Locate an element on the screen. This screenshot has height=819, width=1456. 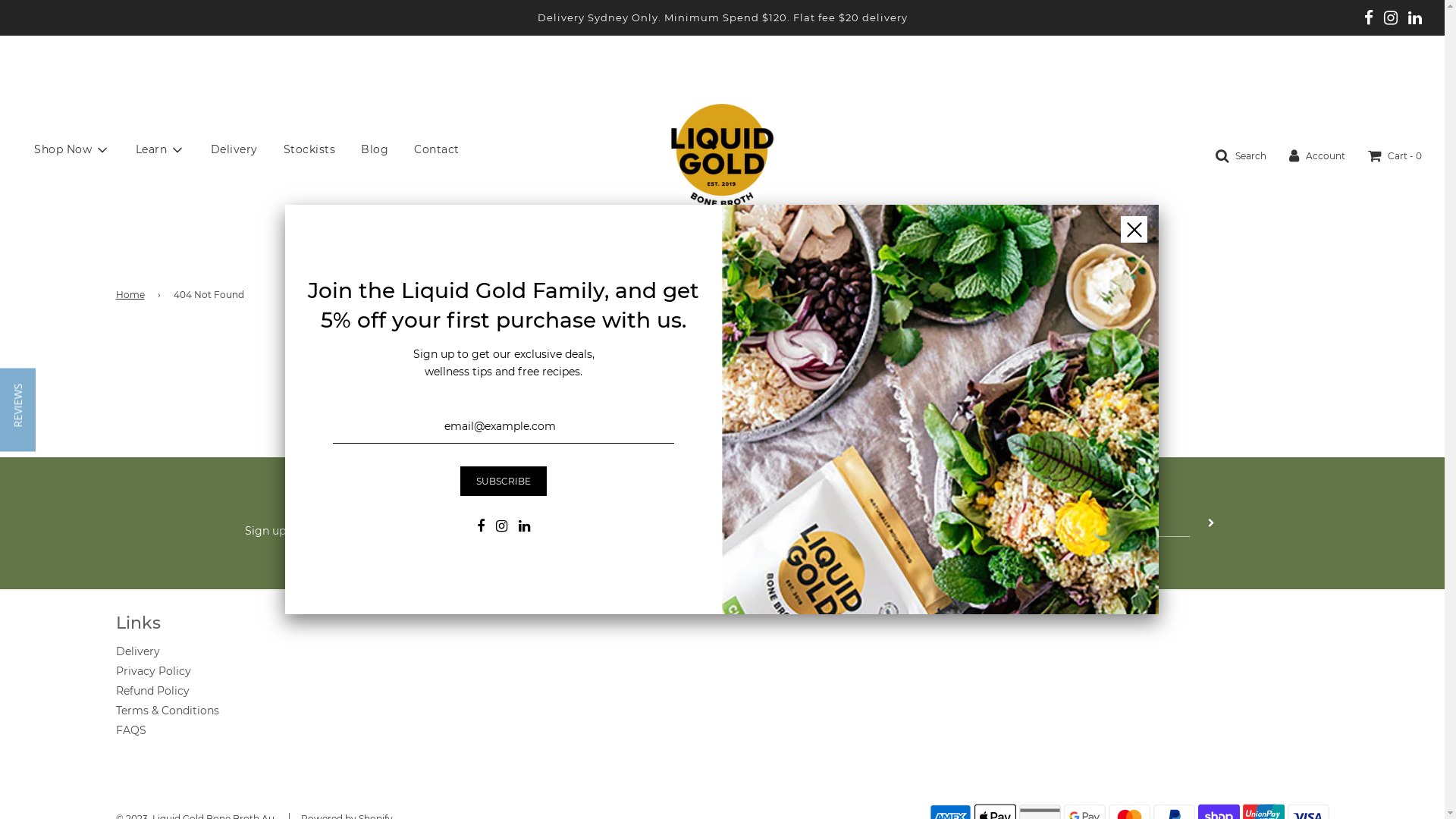
'Stockists' is located at coordinates (308, 149).